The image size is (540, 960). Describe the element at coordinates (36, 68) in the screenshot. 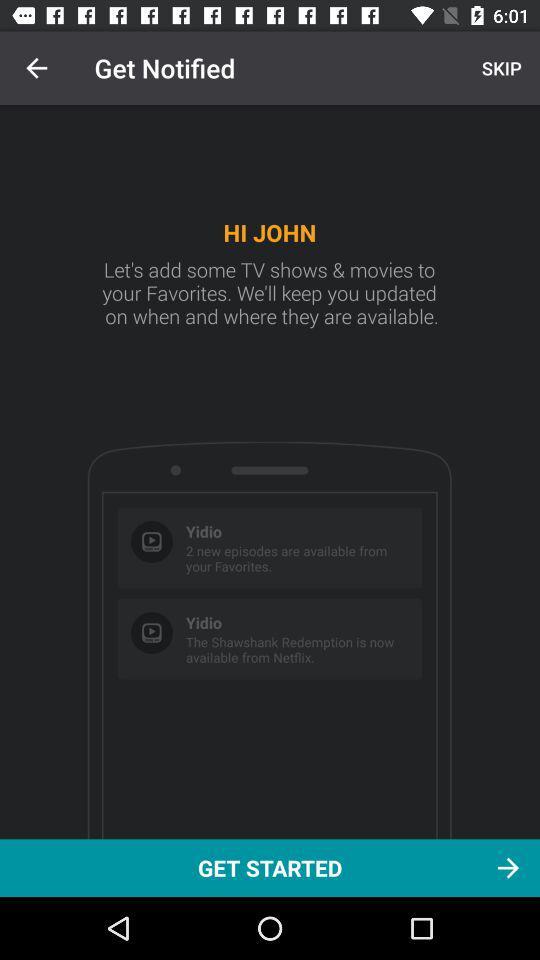

I see `the item next to the get notified icon` at that location.